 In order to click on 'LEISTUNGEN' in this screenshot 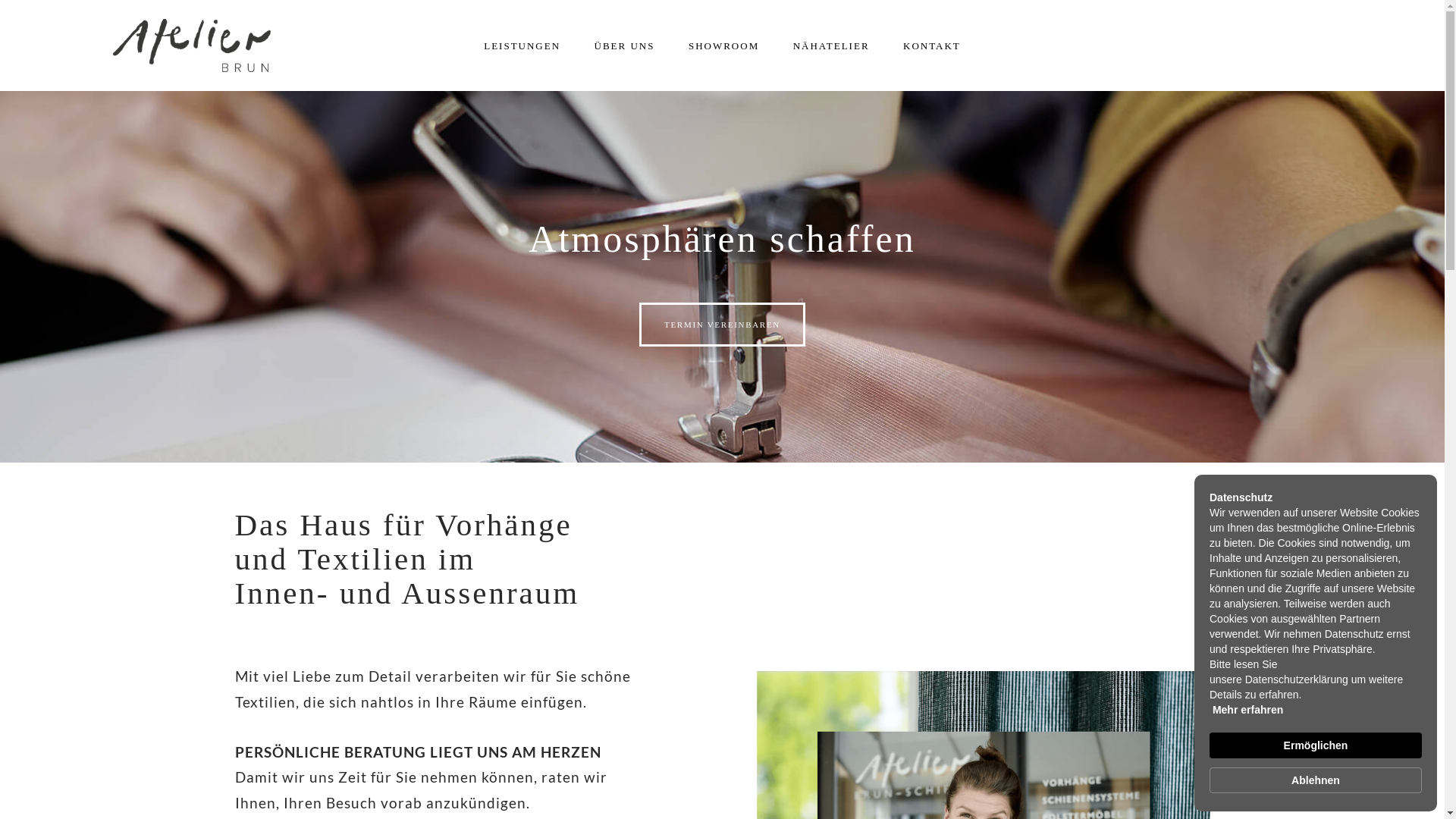, I will do `click(522, 45)`.